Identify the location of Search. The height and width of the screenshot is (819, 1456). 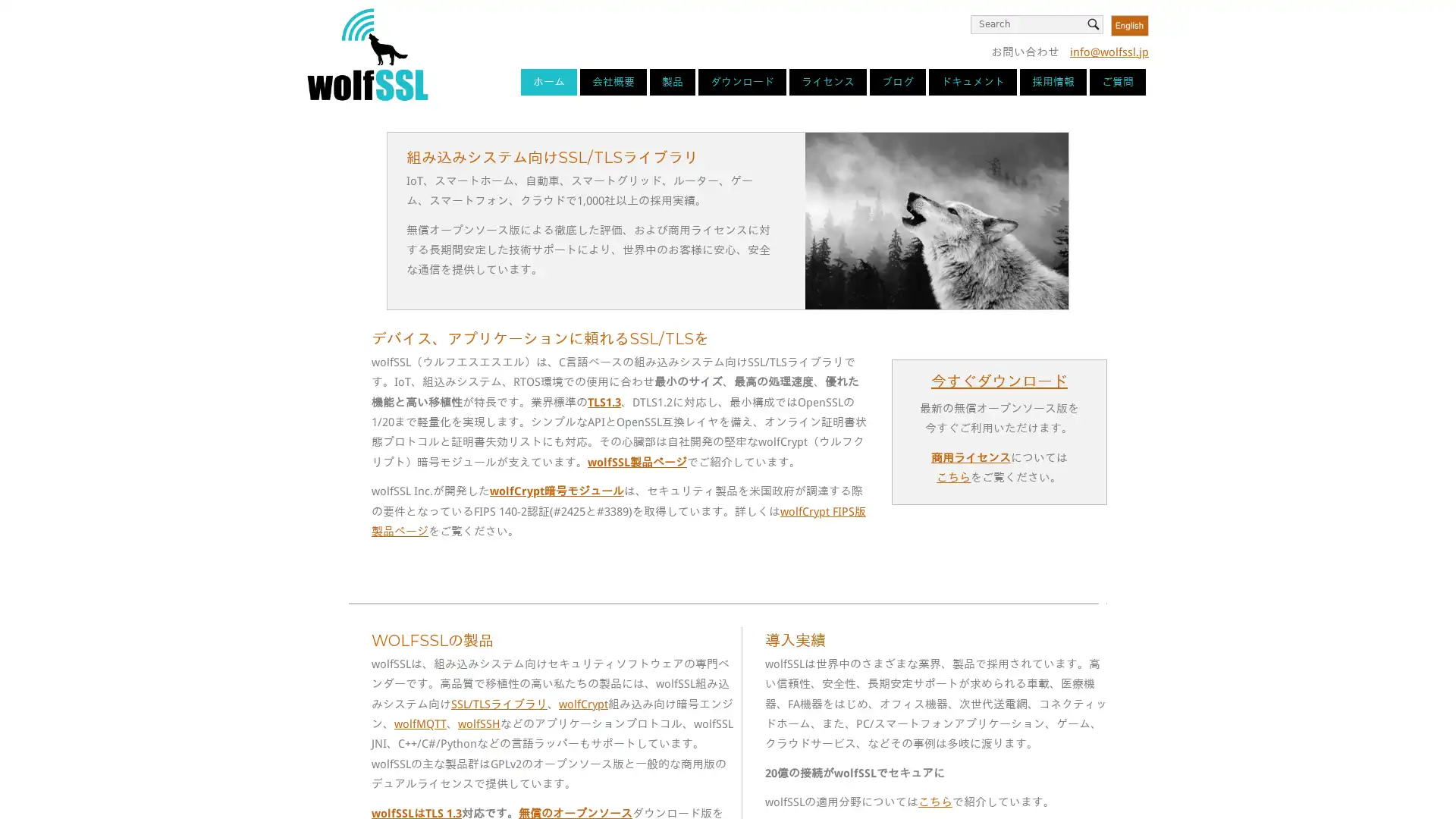
(1093, 24).